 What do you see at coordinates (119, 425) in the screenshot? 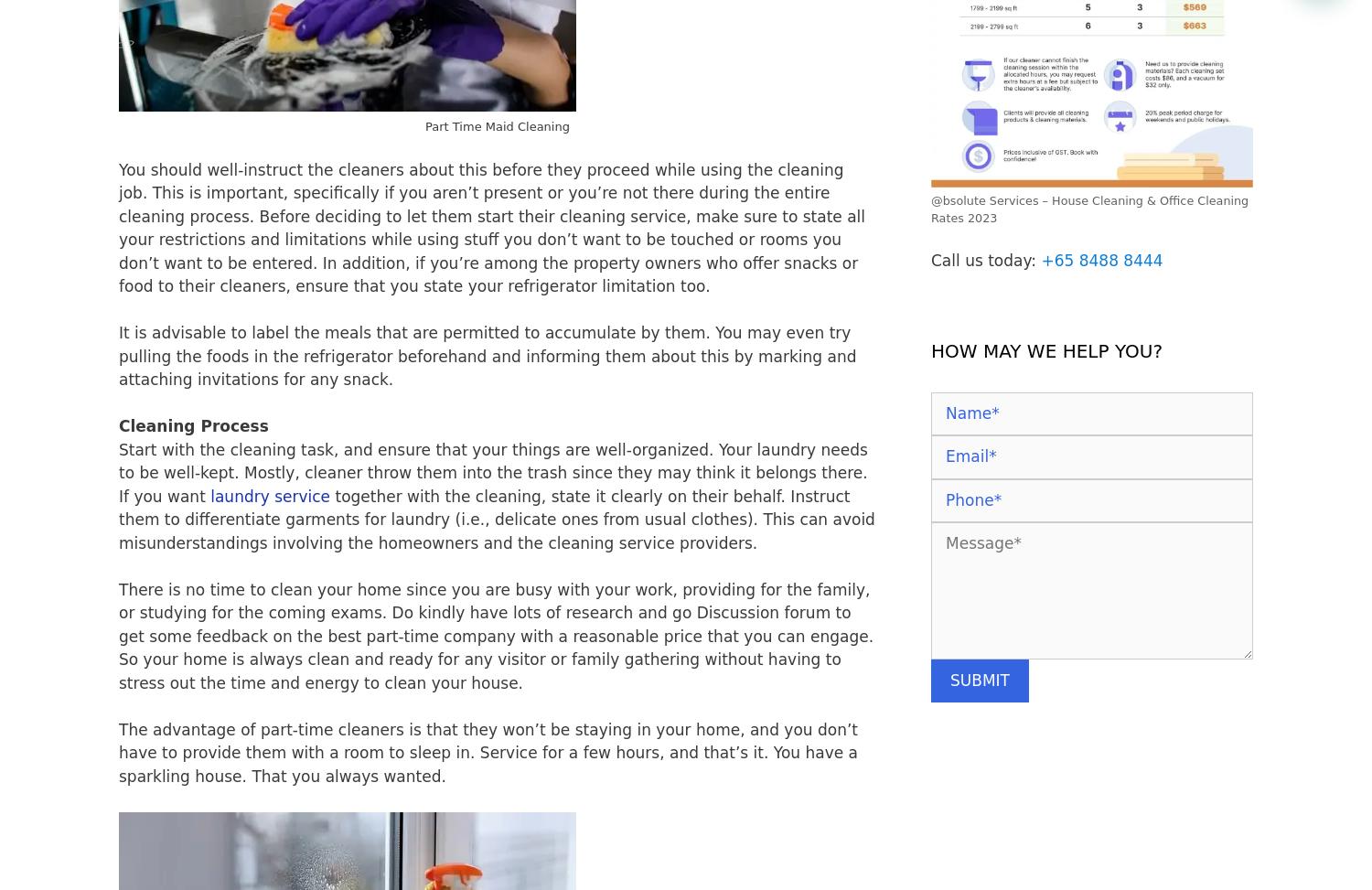
I see `'Cleaning Process'` at bounding box center [119, 425].